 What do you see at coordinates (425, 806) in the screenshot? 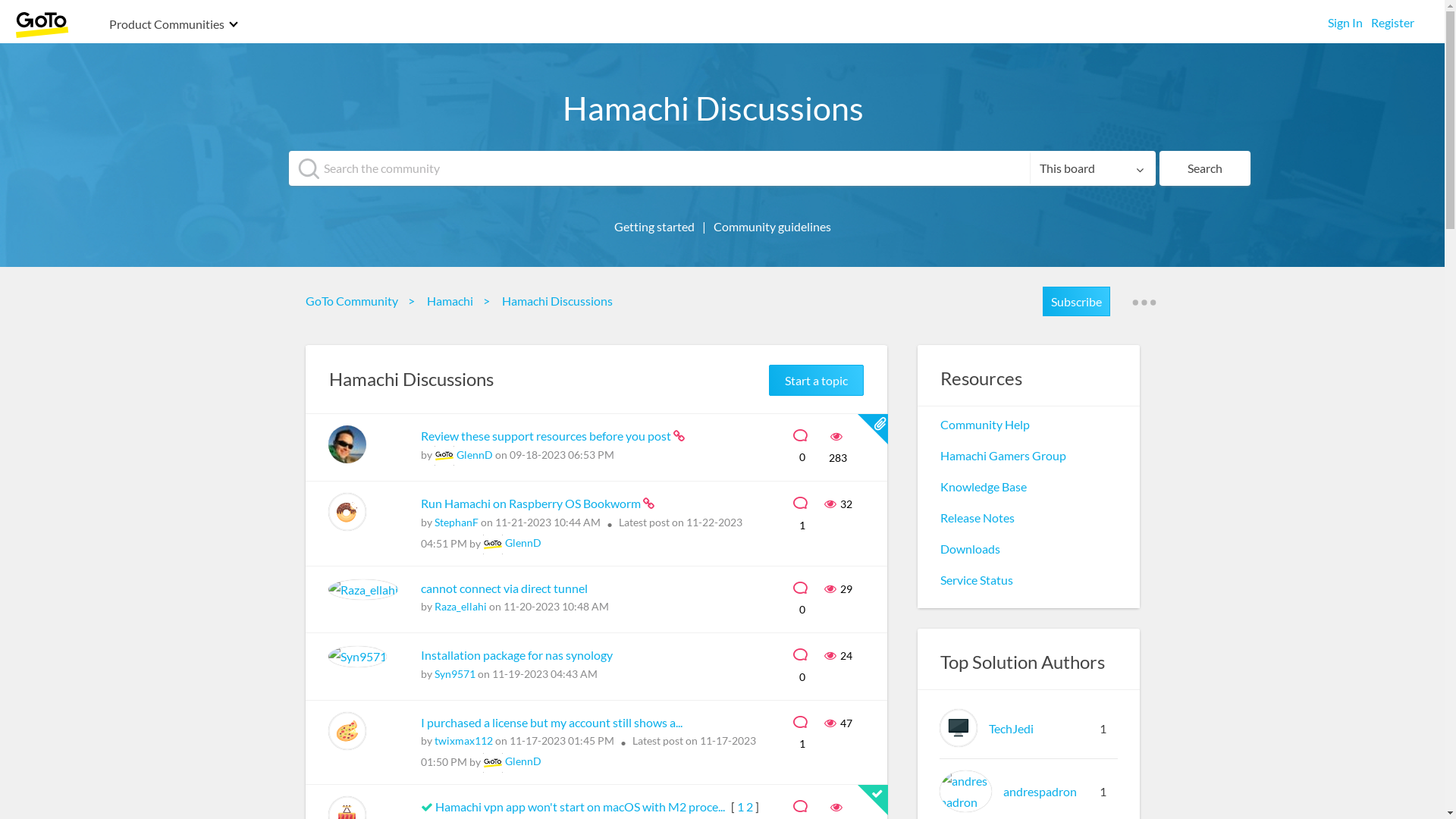
I see `'Solved!'` at bounding box center [425, 806].